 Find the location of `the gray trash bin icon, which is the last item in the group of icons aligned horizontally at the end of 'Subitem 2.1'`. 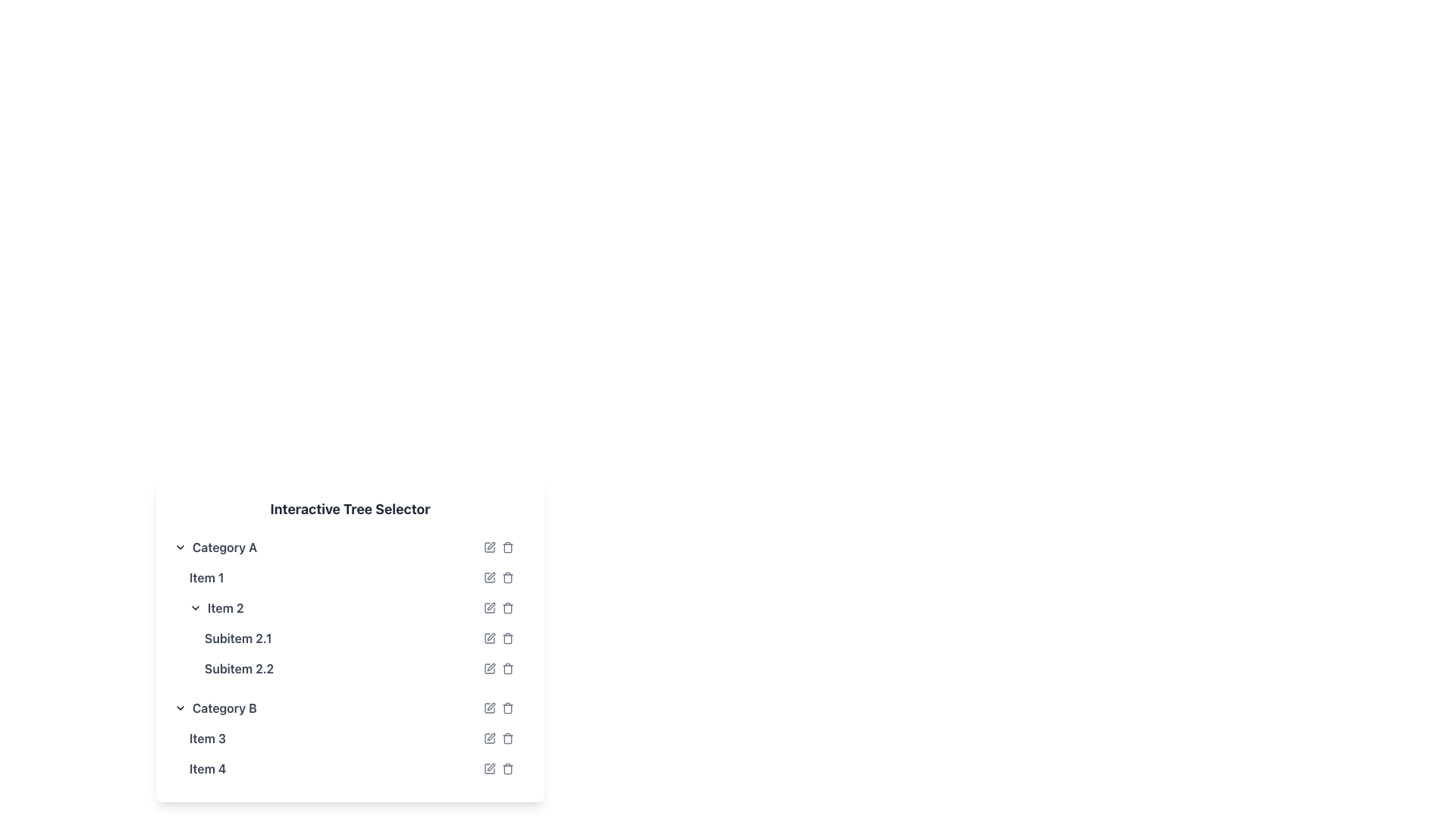

the gray trash bin icon, which is the last item in the group of icons aligned horizontally at the end of 'Subitem 2.1' is located at coordinates (508, 638).